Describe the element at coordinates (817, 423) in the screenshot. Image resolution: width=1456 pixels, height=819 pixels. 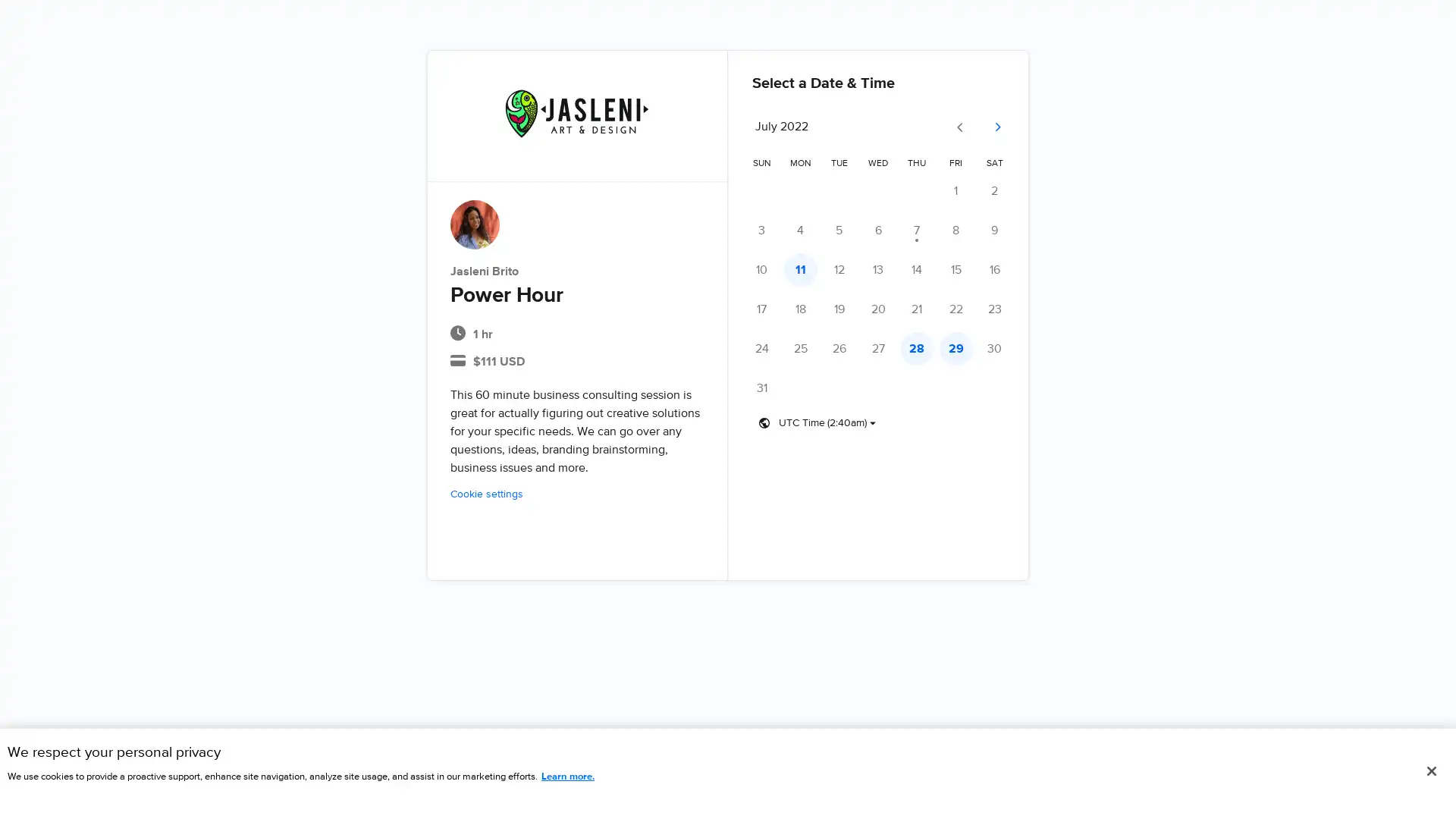
I see `Timezone dropdown button` at that location.